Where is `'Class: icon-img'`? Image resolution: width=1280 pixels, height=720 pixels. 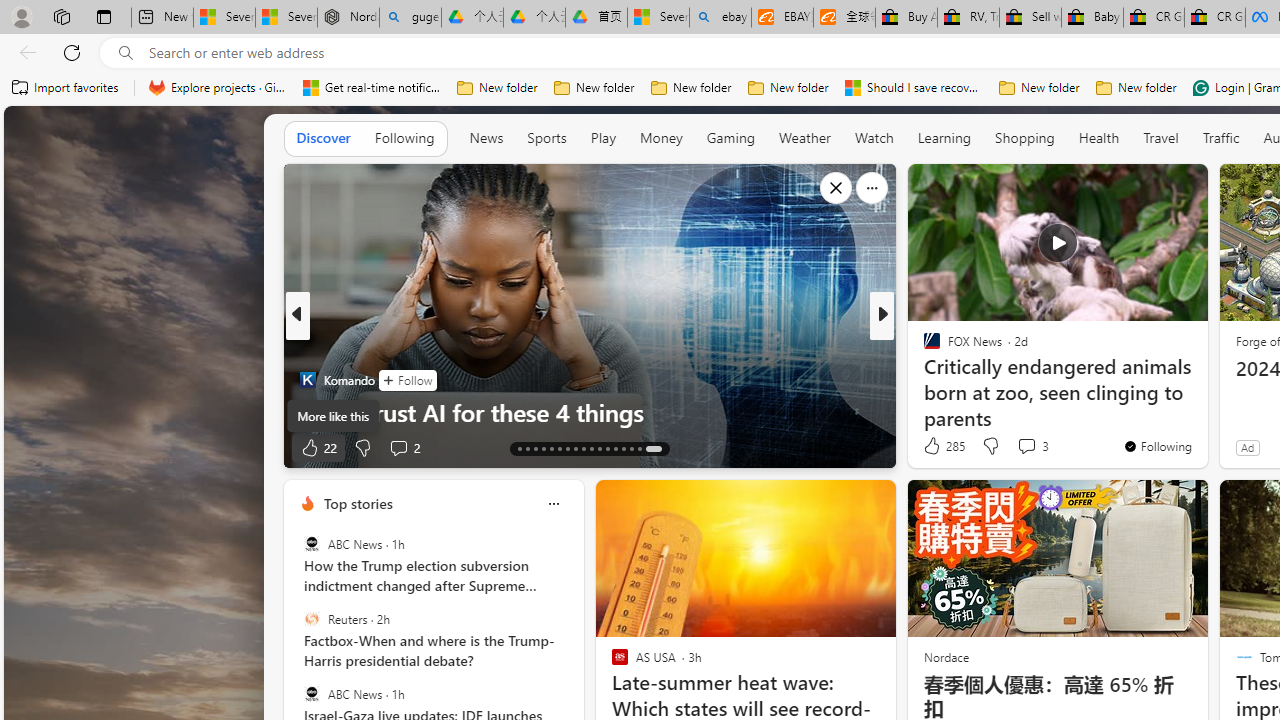 'Class: icon-img' is located at coordinates (553, 502).